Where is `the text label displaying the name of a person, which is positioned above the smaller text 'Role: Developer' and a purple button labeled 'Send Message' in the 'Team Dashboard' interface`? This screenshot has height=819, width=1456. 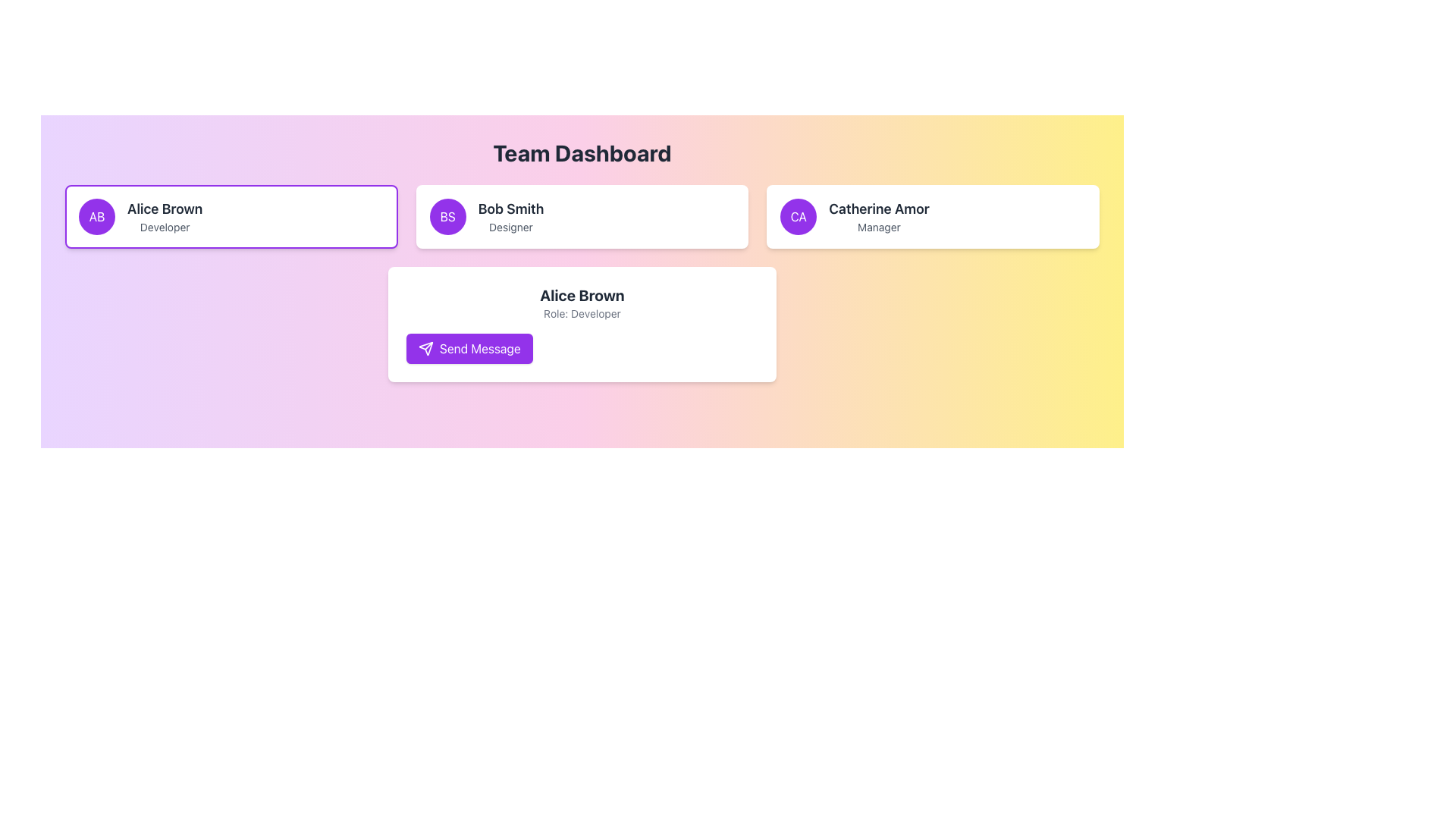 the text label displaying the name of a person, which is positioned above the smaller text 'Role: Developer' and a purple button labeled 'Send Message' in the 'Team Dashboard' interface is located at coordinates (582, 295).